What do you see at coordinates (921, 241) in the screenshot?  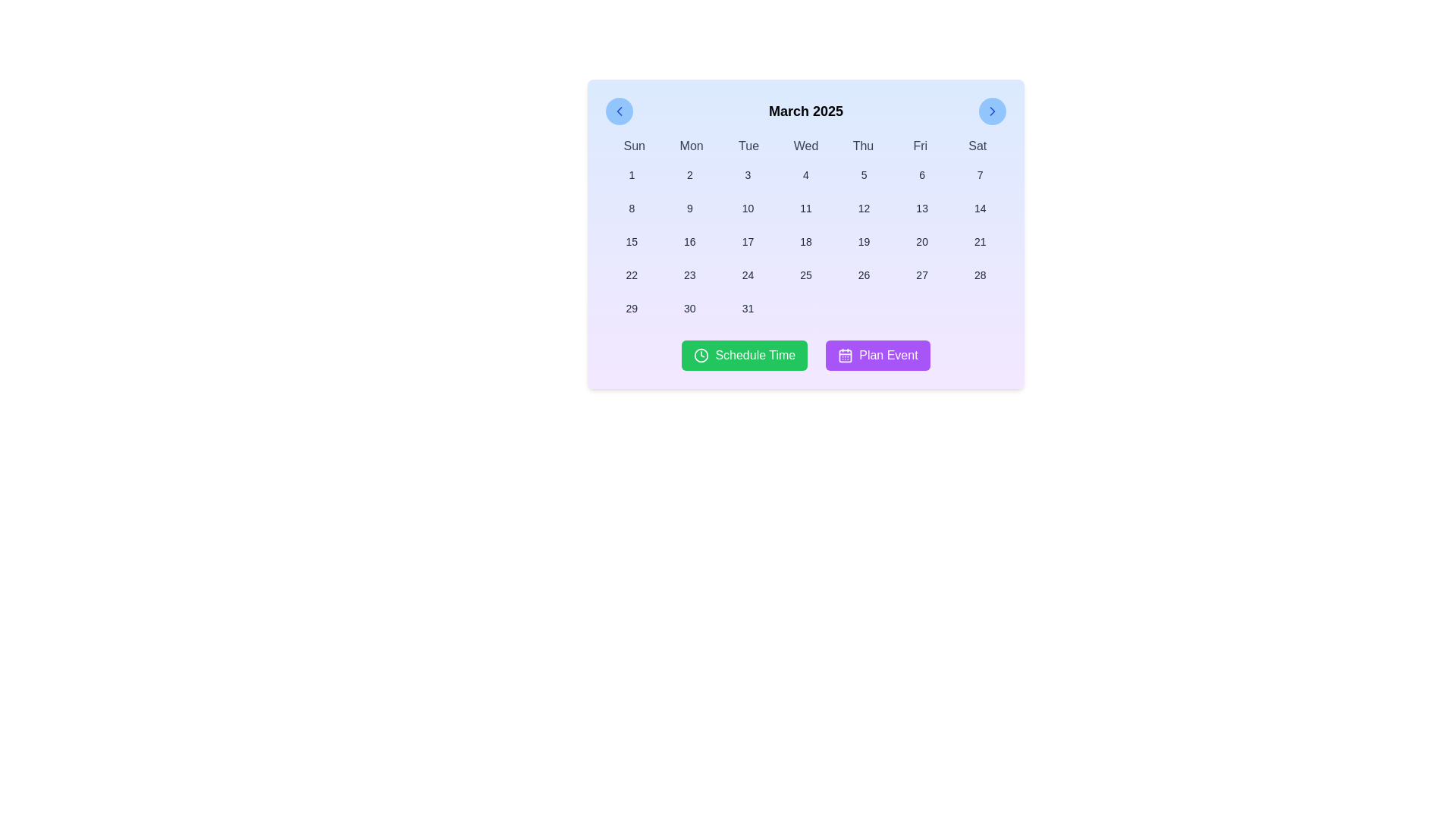 I see `the interactive calendar date button displaying the number '20', located` at bounding box center [921, 241].